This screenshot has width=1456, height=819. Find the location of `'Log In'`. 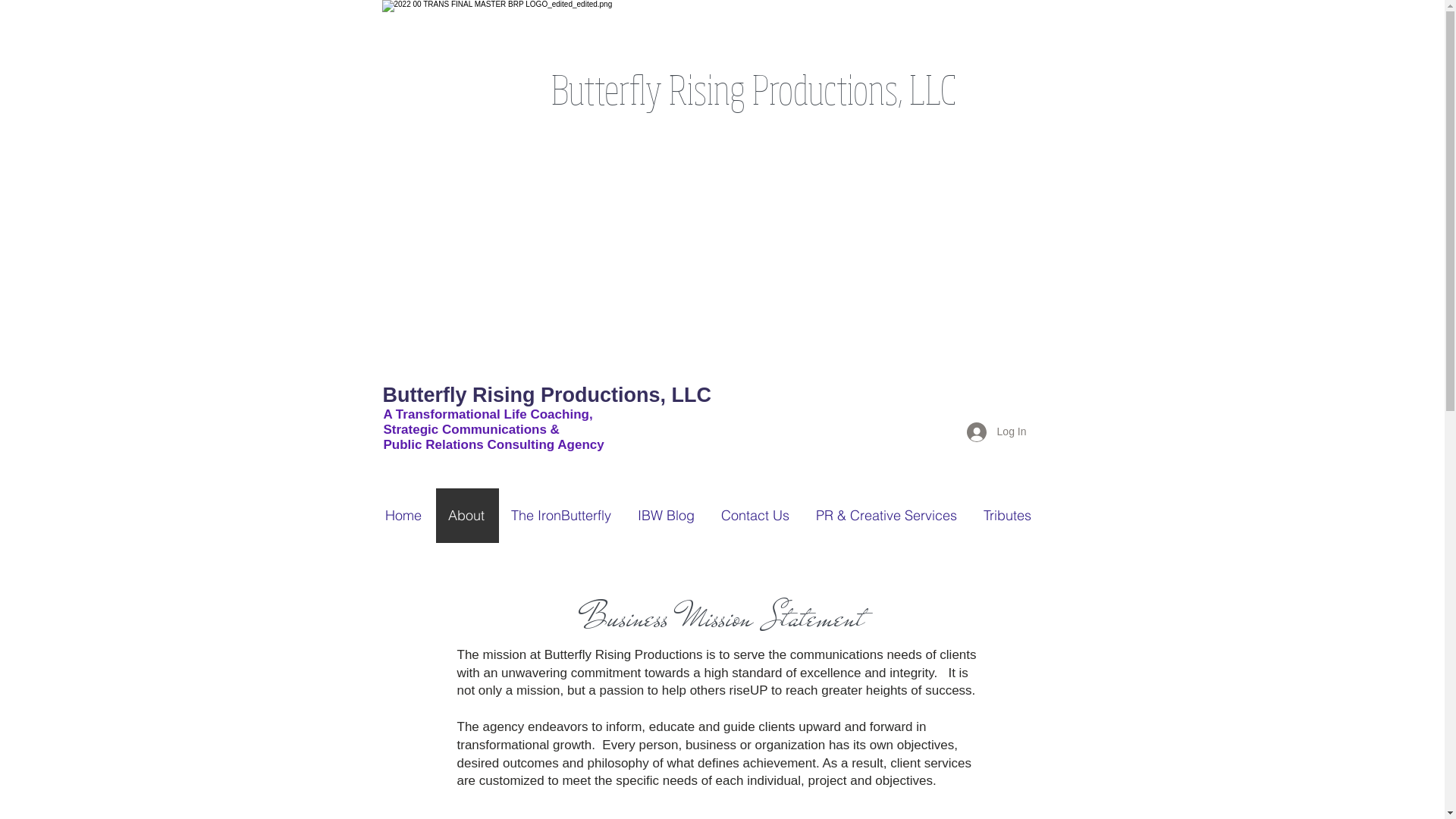

'Log In' is located at coordinates (955, 432).